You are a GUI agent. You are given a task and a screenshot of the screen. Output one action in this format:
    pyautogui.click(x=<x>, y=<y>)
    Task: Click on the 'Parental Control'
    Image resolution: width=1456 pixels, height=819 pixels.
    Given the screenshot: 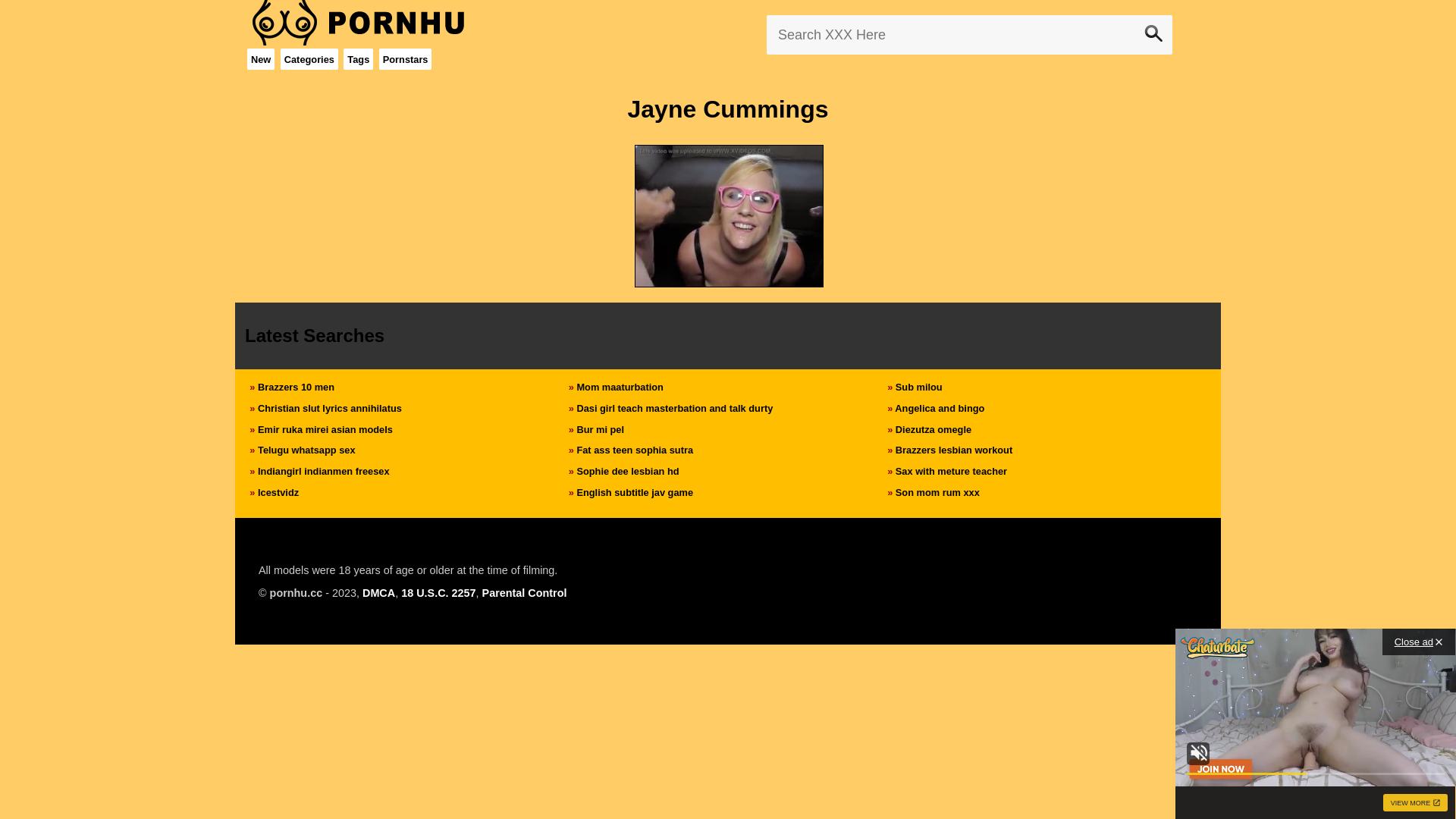 What is the action you would take?
    pyautogui.click(x=481, y=592)
    